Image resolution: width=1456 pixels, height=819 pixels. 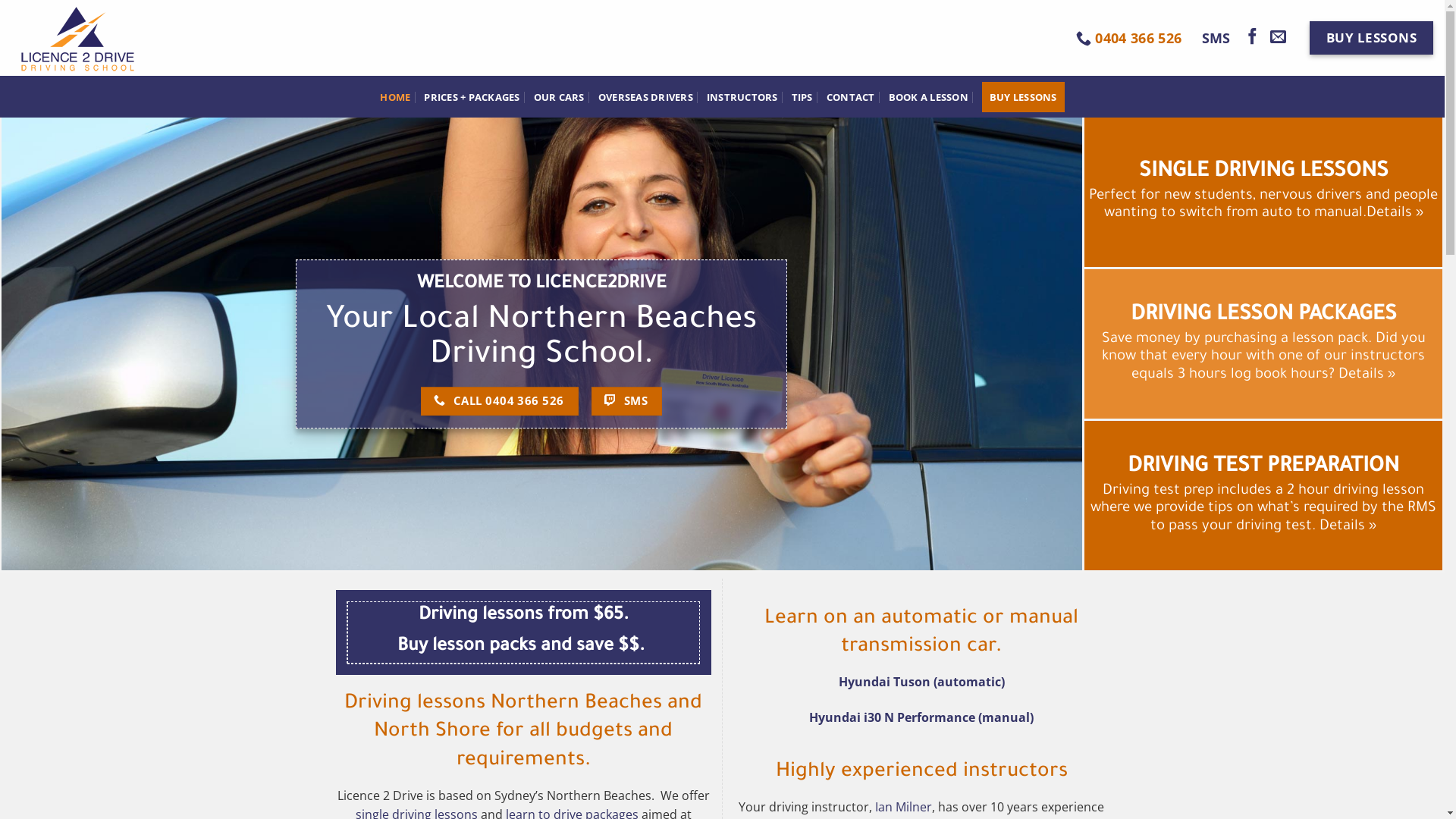 I want to click on 'BOOK A LESSON', so click(x=927, y=96).